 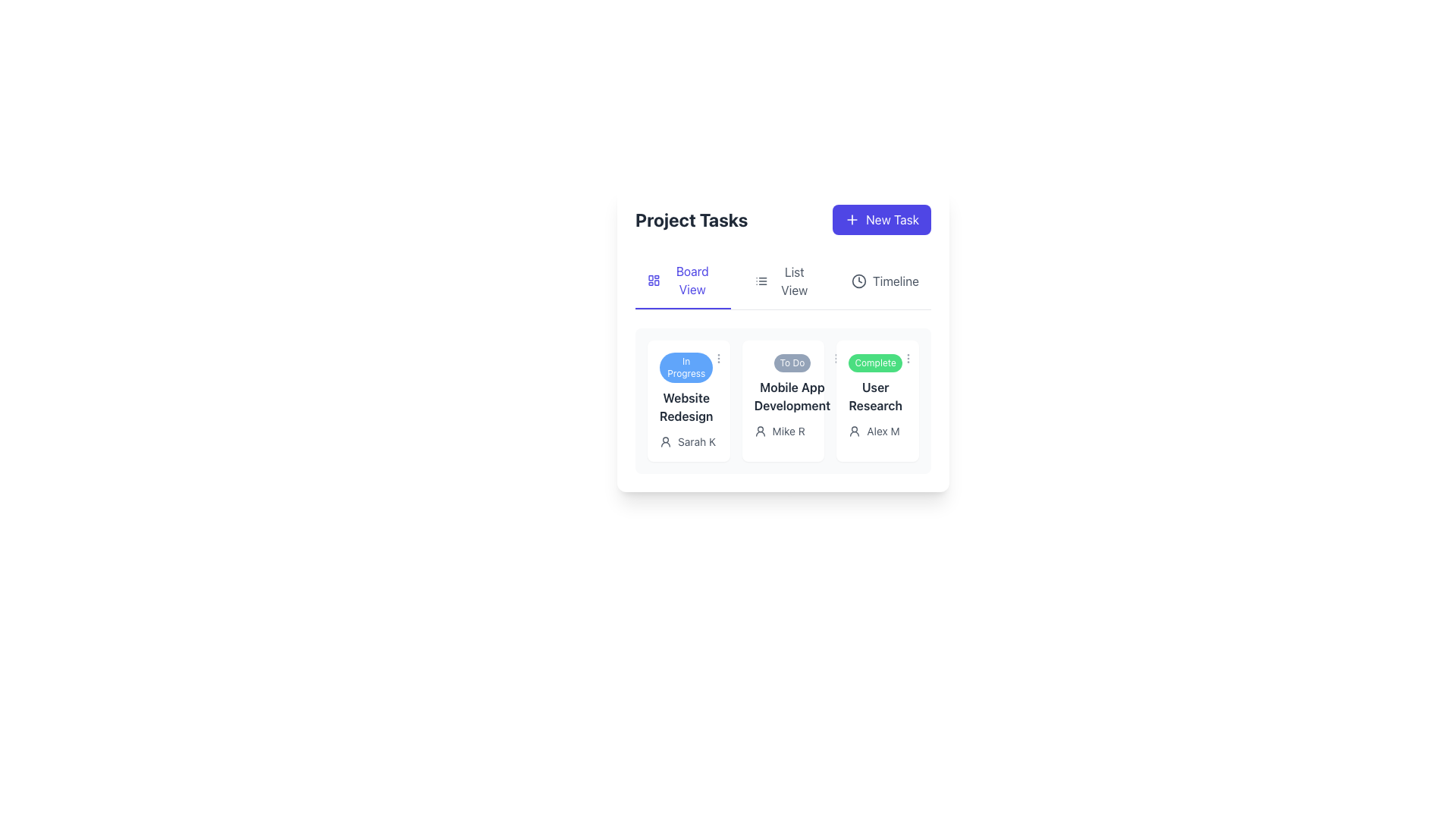 What do you see at coordinates (686, 388) in the screenshot?
I see `the first task card in the horizontal list, which contains a badge and title` at bounding box center [686, 388].